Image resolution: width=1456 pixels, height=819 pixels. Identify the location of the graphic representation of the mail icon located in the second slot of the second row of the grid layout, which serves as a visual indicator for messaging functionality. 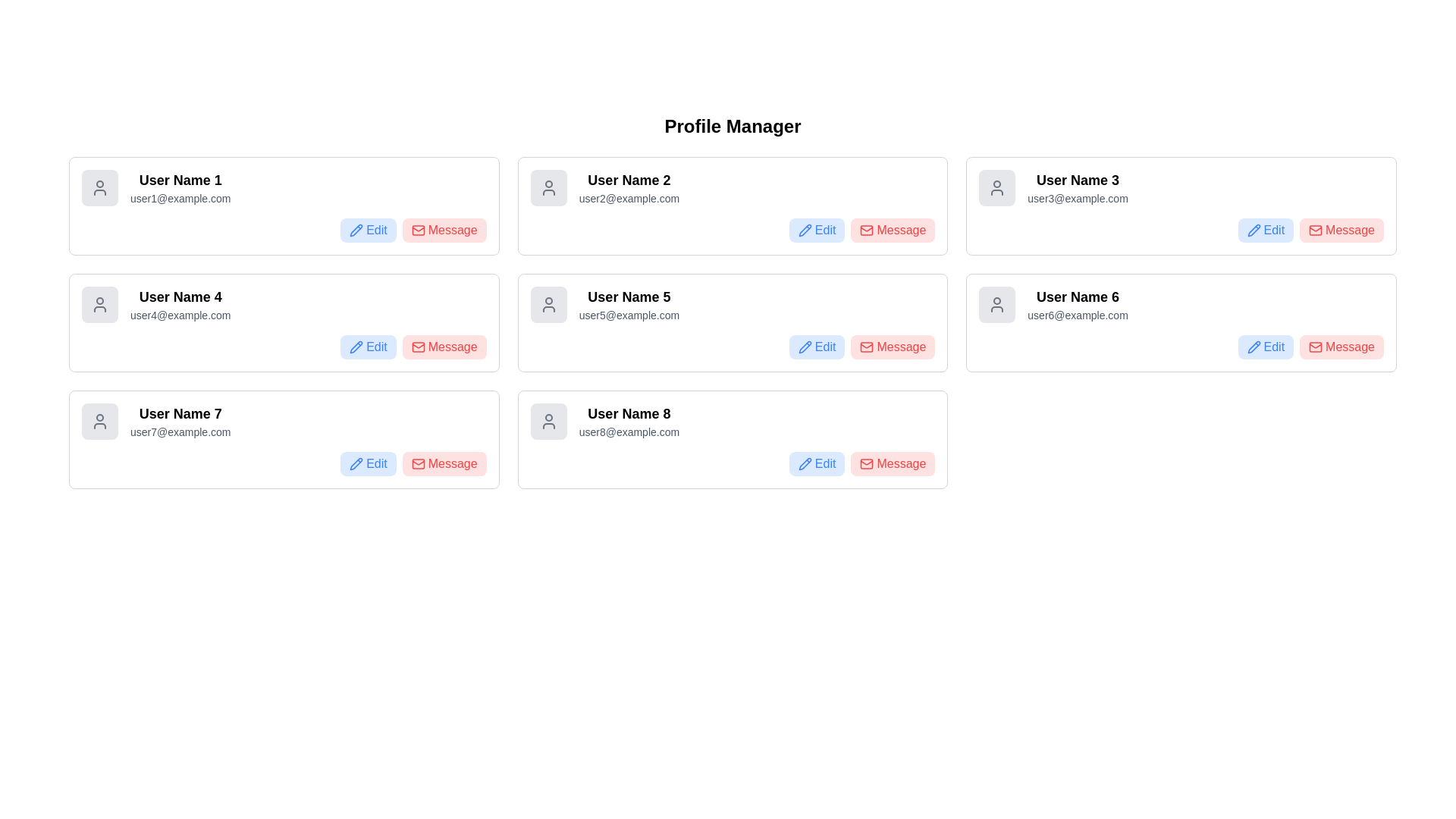
(418, 231).